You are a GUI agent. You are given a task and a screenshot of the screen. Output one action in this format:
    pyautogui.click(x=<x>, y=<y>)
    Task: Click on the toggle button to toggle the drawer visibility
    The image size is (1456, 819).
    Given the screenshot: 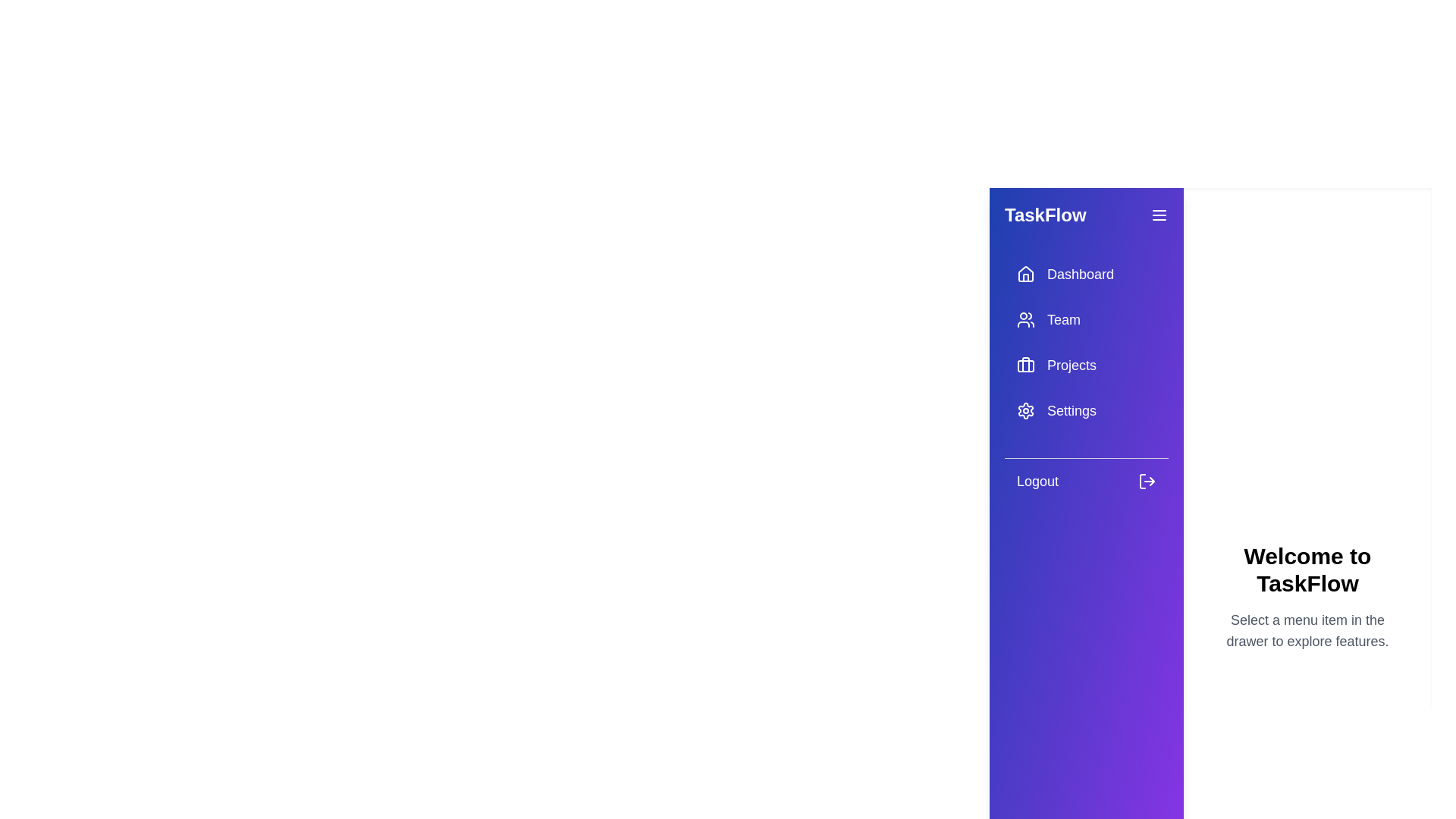 What is the action you would take?
    pyautogui.click(x=1159, y=215)
    